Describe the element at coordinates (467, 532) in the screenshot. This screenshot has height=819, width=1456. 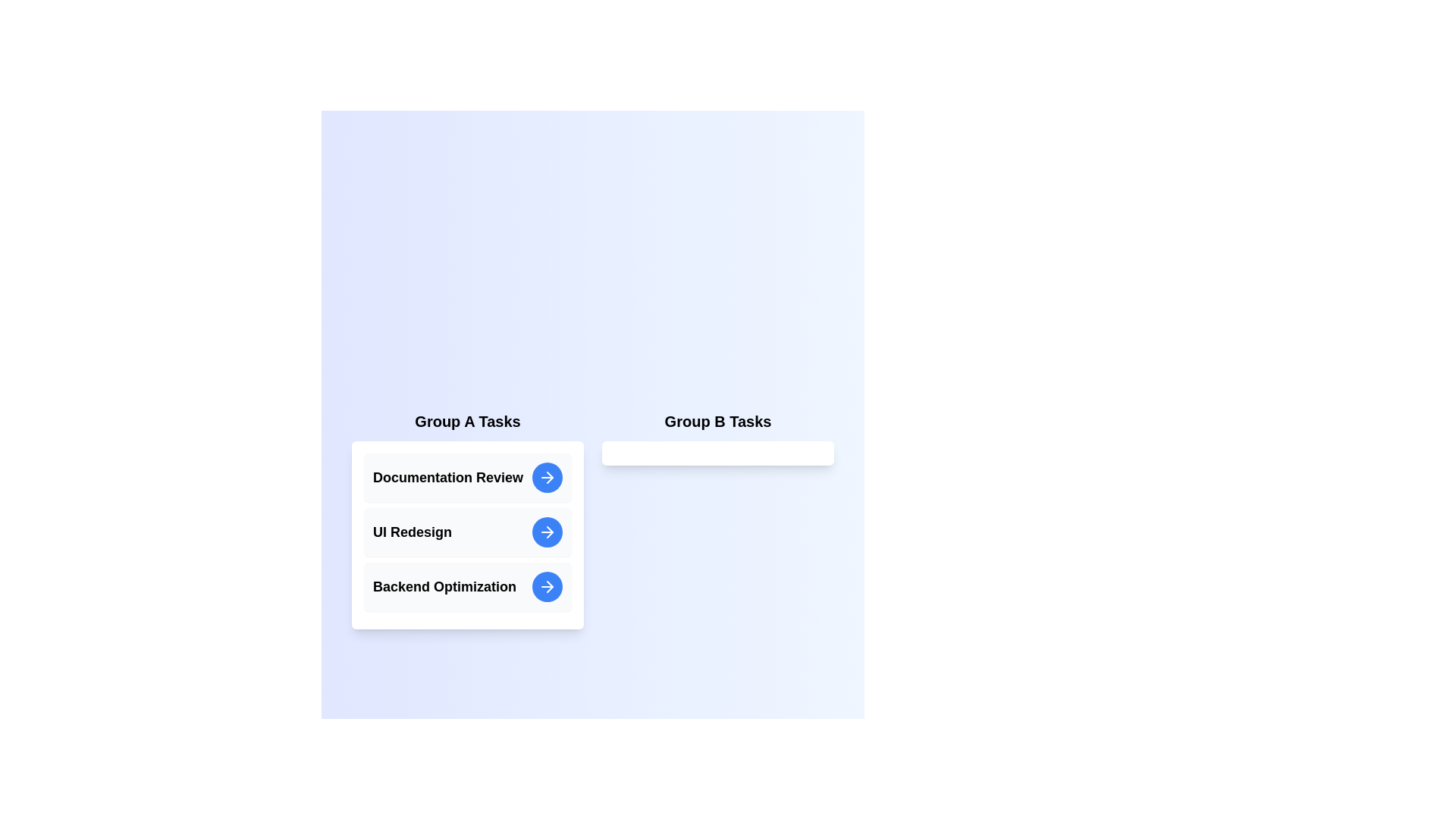
I see `the task entry UI Redesign in Group A to inspect its details` at that location.